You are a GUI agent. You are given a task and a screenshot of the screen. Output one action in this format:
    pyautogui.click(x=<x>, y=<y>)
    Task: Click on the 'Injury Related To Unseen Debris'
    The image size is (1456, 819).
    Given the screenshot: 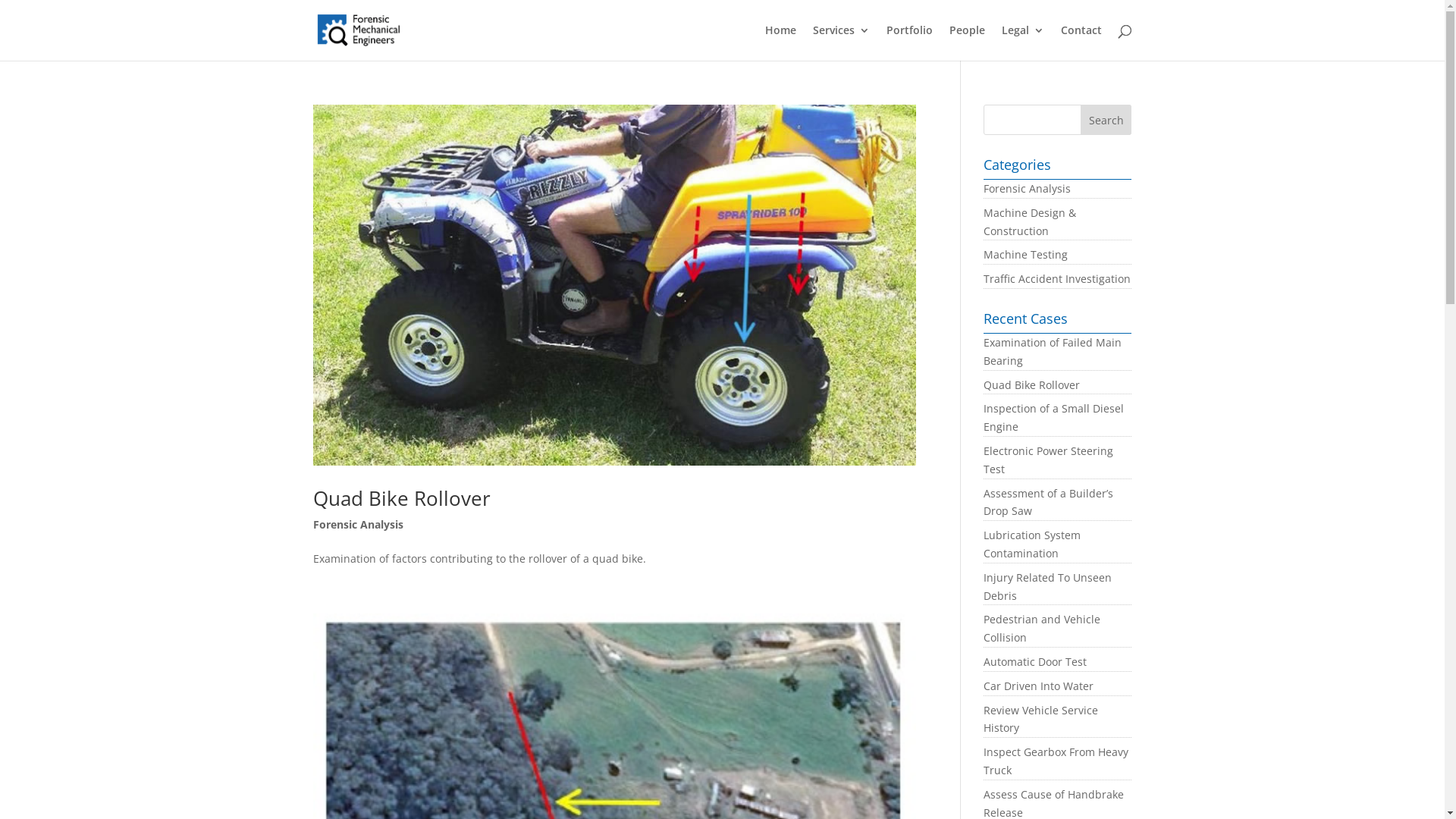 What is the action you would take?
    pyautogui.click(x=1046, y=585)
    